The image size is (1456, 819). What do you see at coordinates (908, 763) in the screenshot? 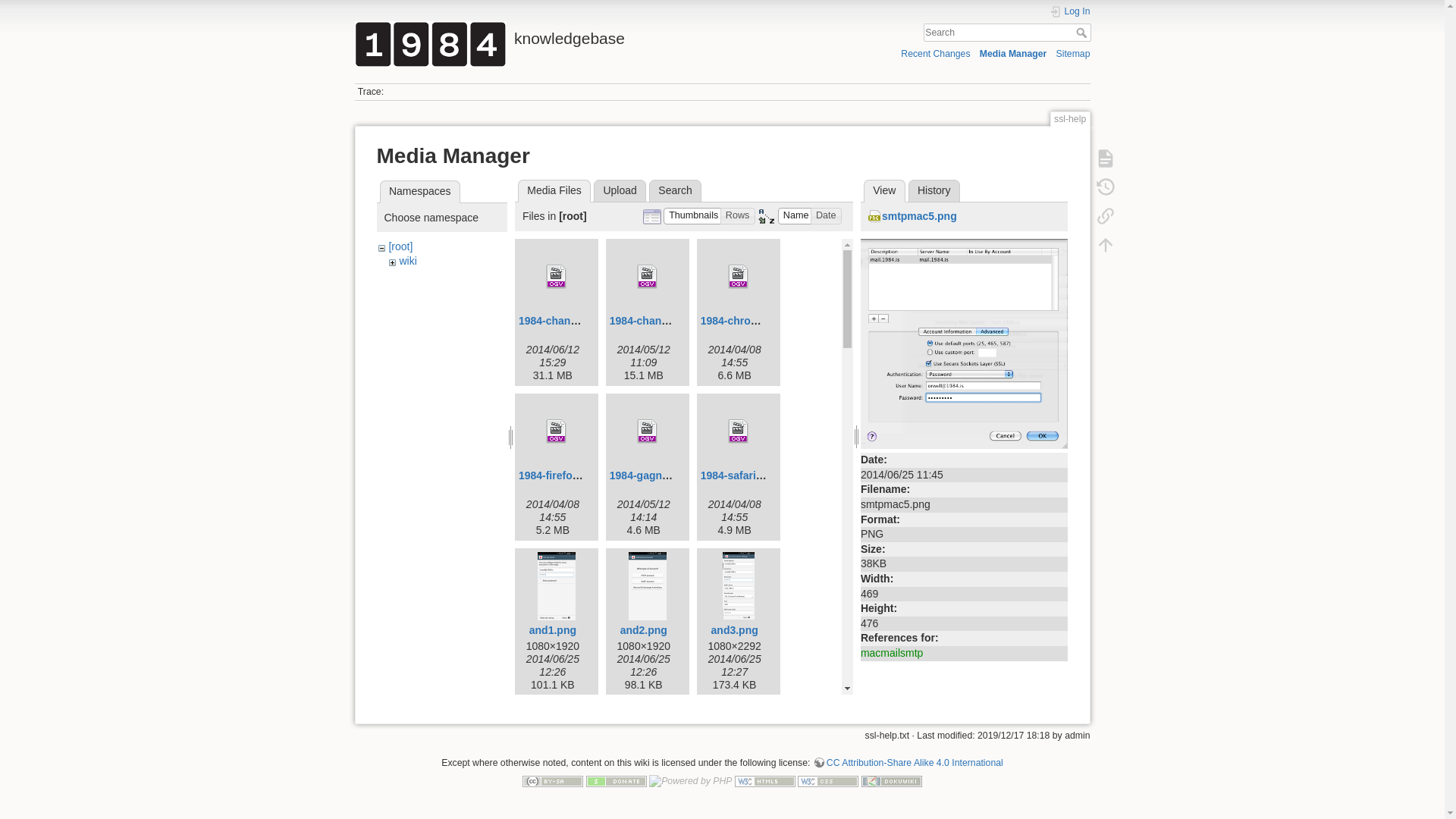
I see `'CC Attribution-Share Alike 4.0 International'` at bounding box center [908, 763].